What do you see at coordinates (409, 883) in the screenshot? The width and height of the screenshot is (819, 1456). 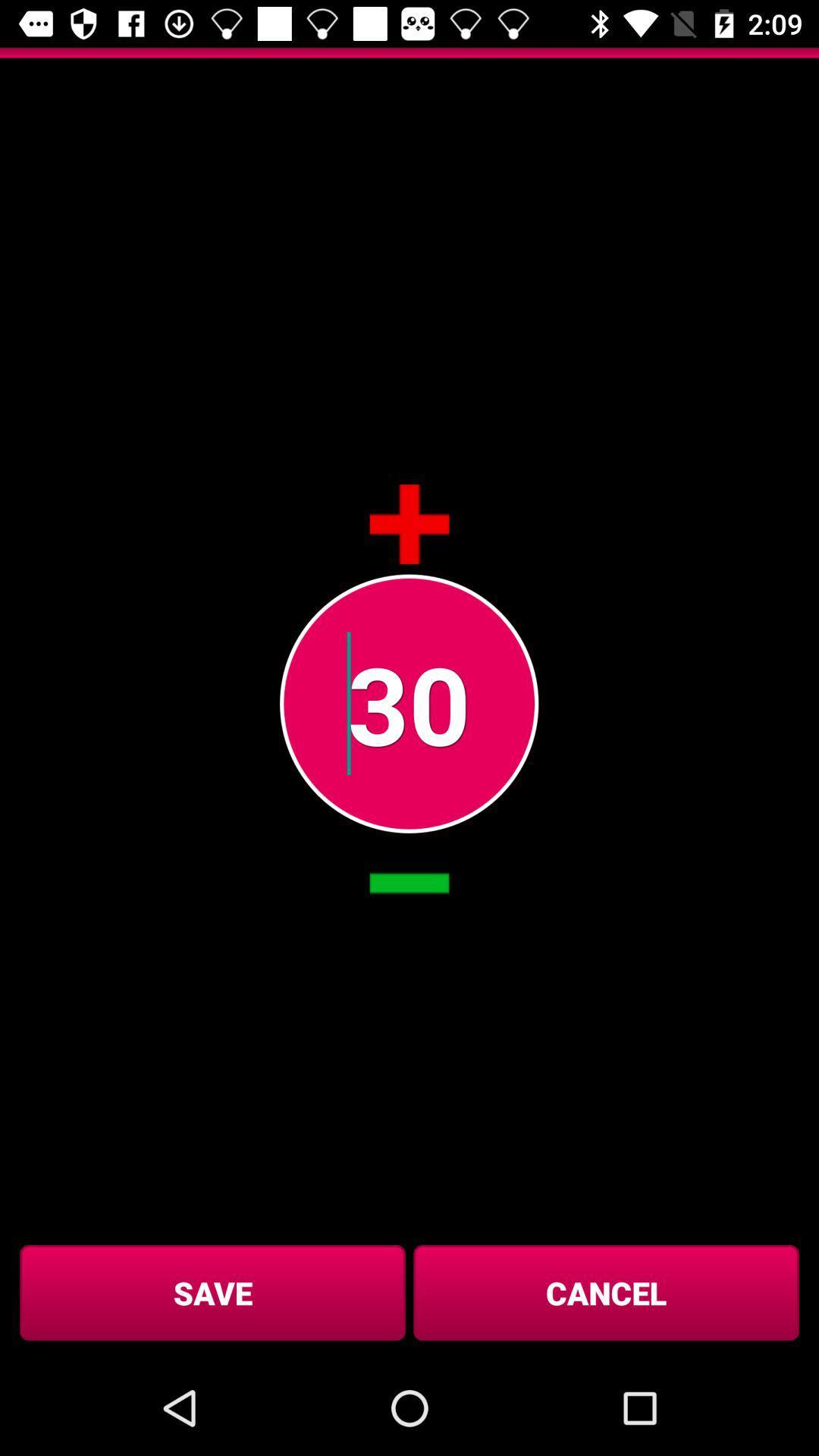 I see `the minus icon` at bounding box center [409, 883].